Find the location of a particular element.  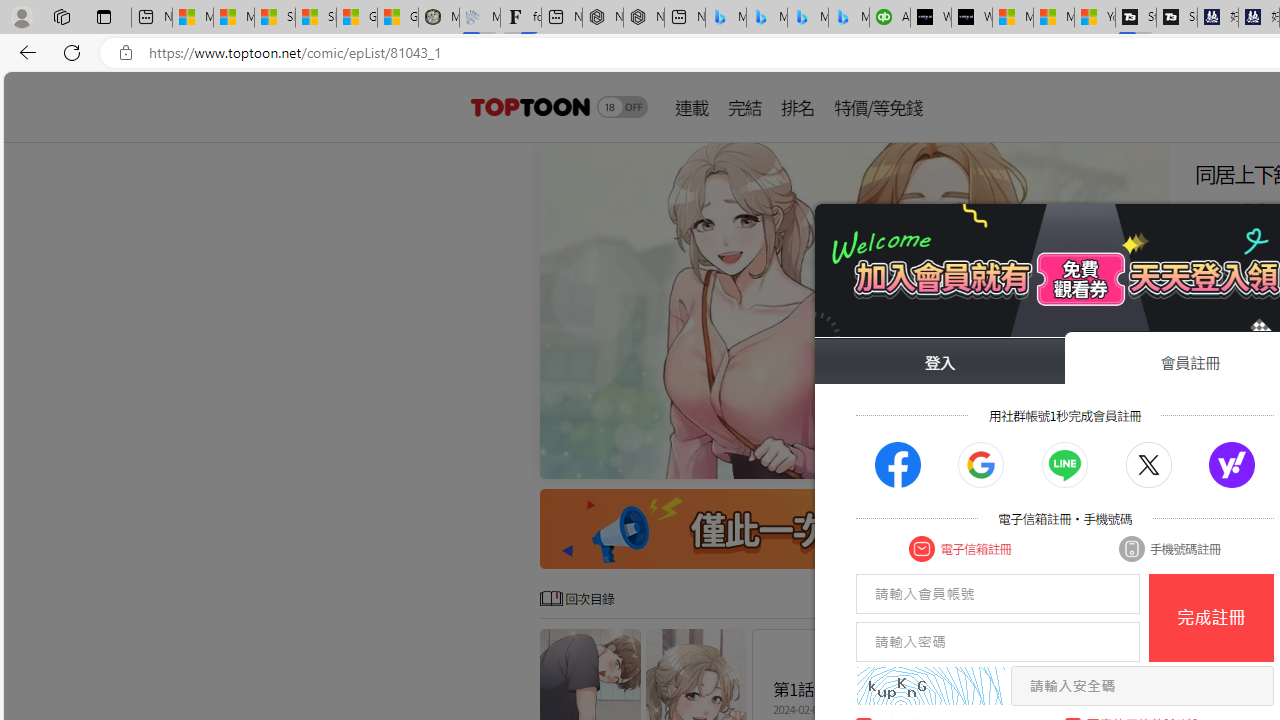

'Tab actions menu' is located at coordinates (103, 16).